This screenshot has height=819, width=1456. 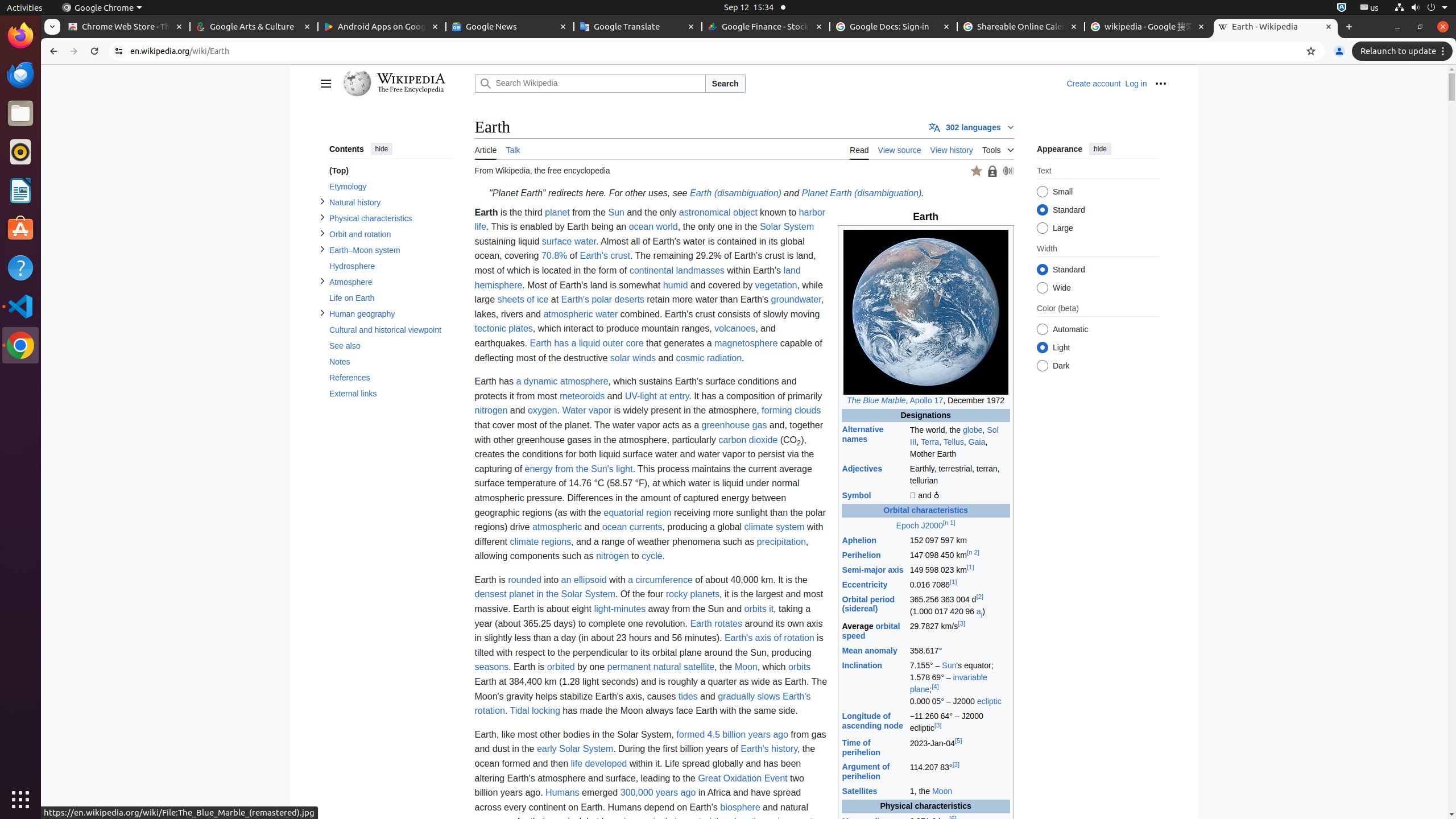 What do you see at coordinates (631, 527) in the screenshot?
I see `'ocean currents'` at bounding box center [631, 527].